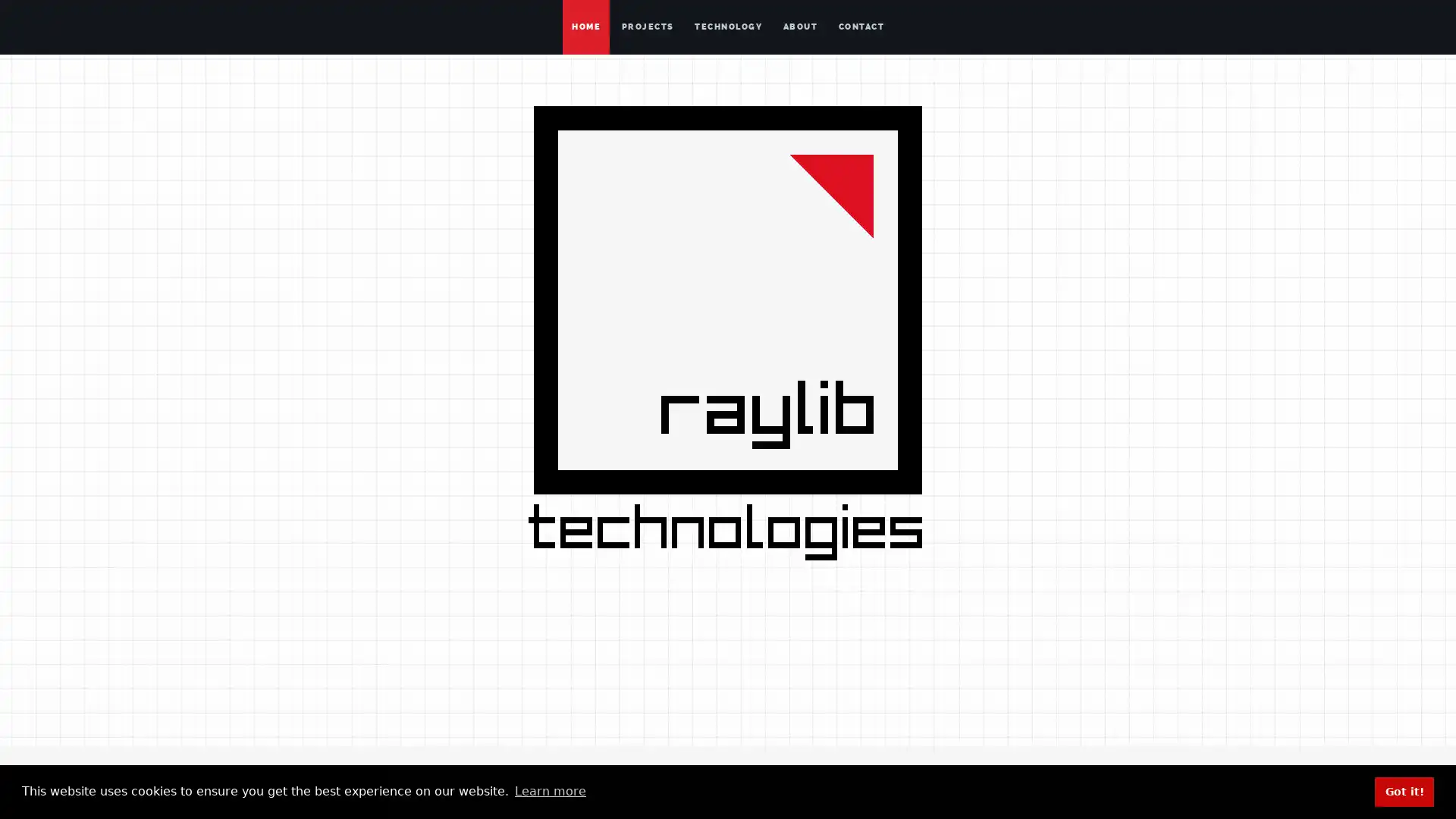 The image size is (1456, 819). Describe the element at coordinates (549, 791) in the screenshot. I see `learn more about cookies` at that location.